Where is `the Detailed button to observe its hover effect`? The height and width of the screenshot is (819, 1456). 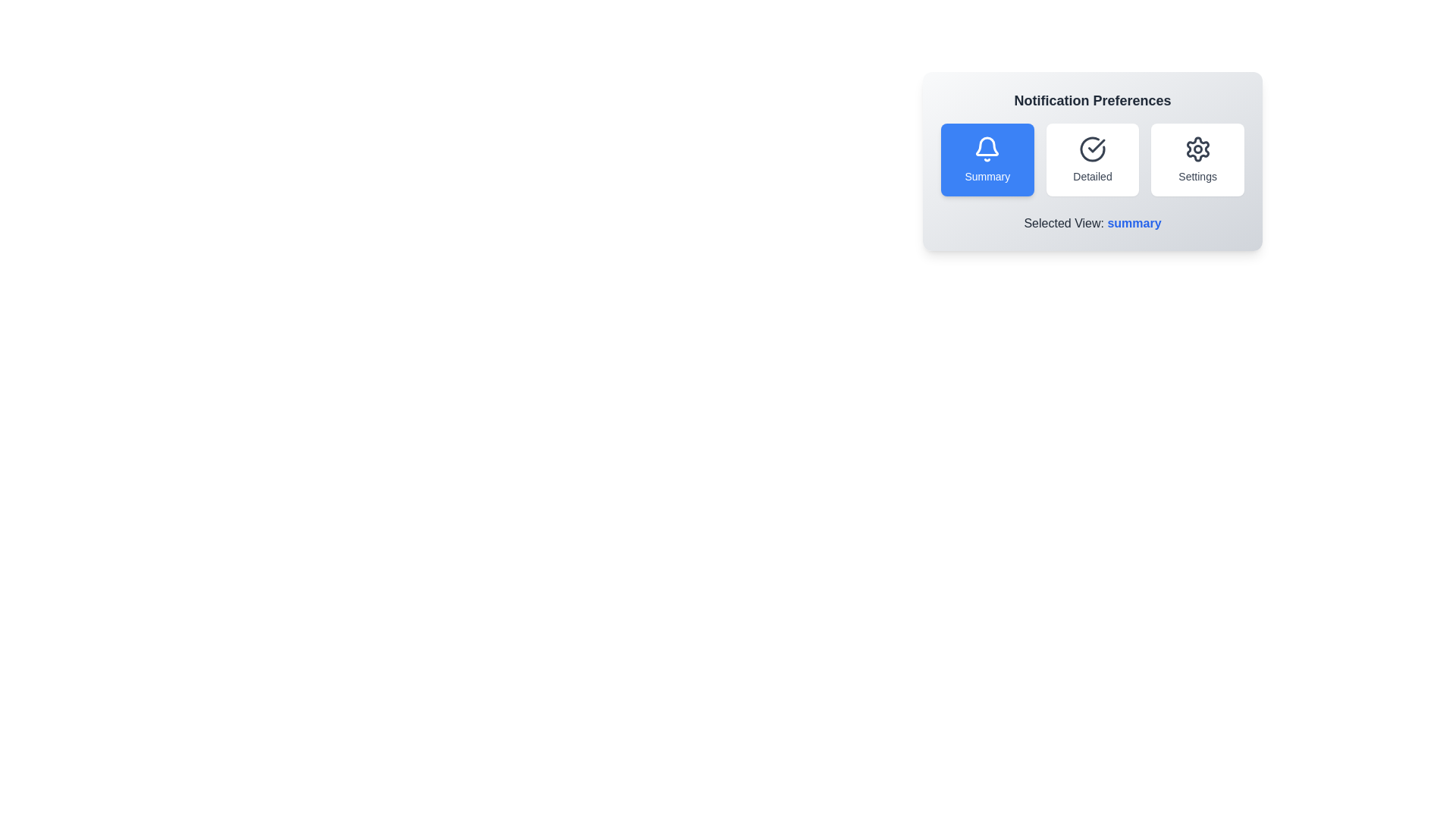
the Detailed button to observe its hover effect is located at coordinates (1092, 160).